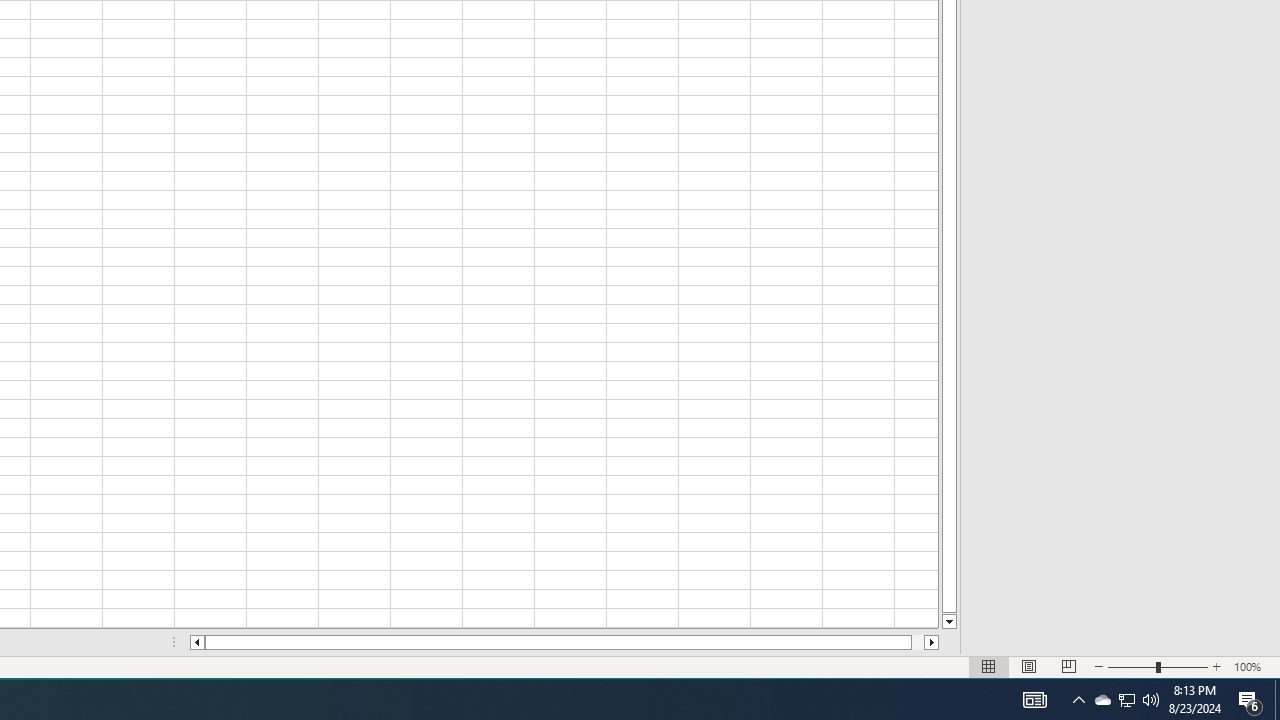 The height and width of the screenshot is (720, 1280). I want to click on 'Action Center, 6 new notifications', so click(1250, 698).